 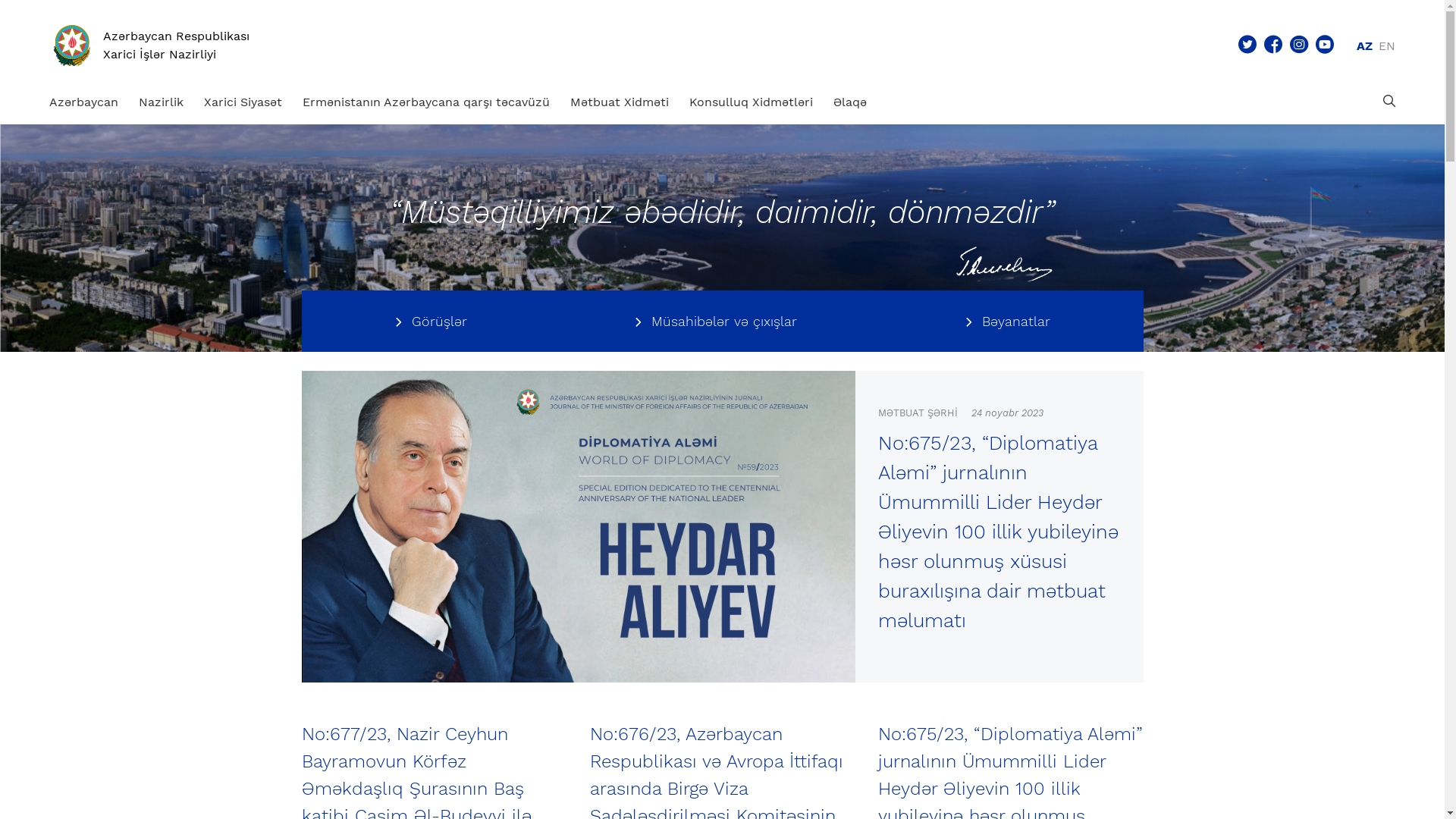 I want to click on 'Nazirlik', so click(x=161, y=102).